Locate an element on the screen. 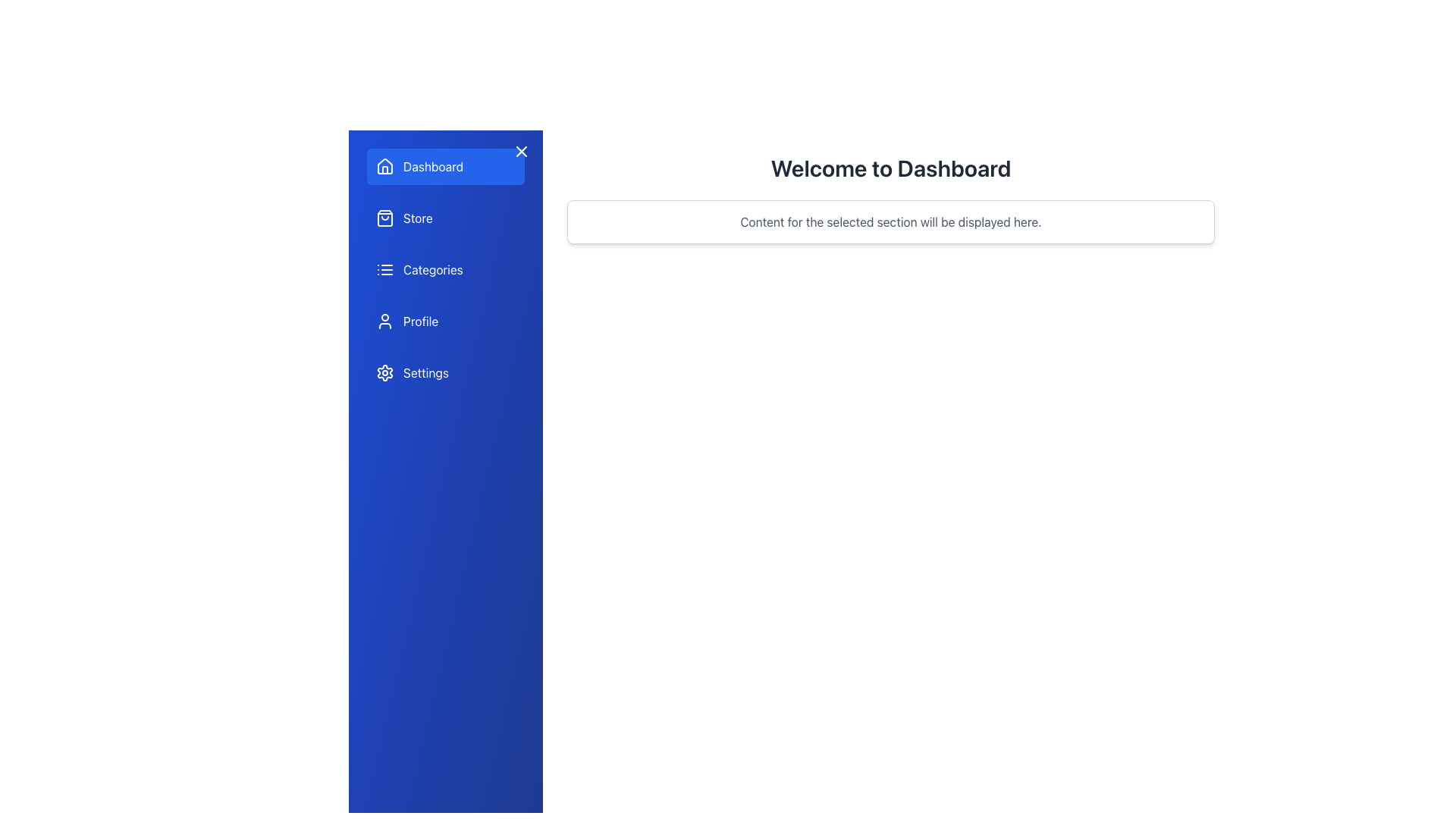  the fourth text label in the navigation menu, which serves as a label for the settings button is located at coordinates (425, 373).